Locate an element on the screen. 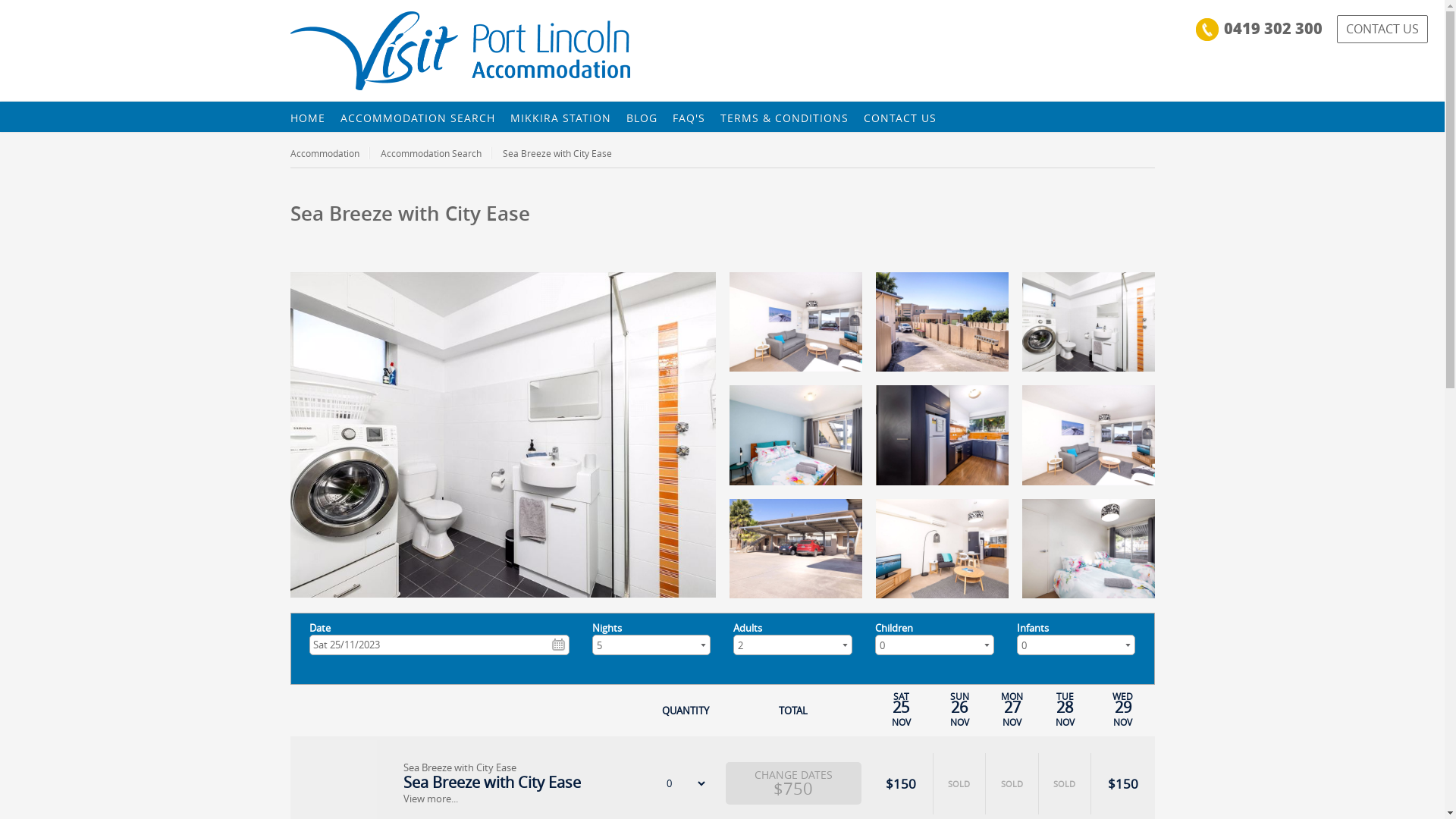 The image size is (1456, 819). 'TERMS & CONDITIONS' is located at coordinates (720, 117).